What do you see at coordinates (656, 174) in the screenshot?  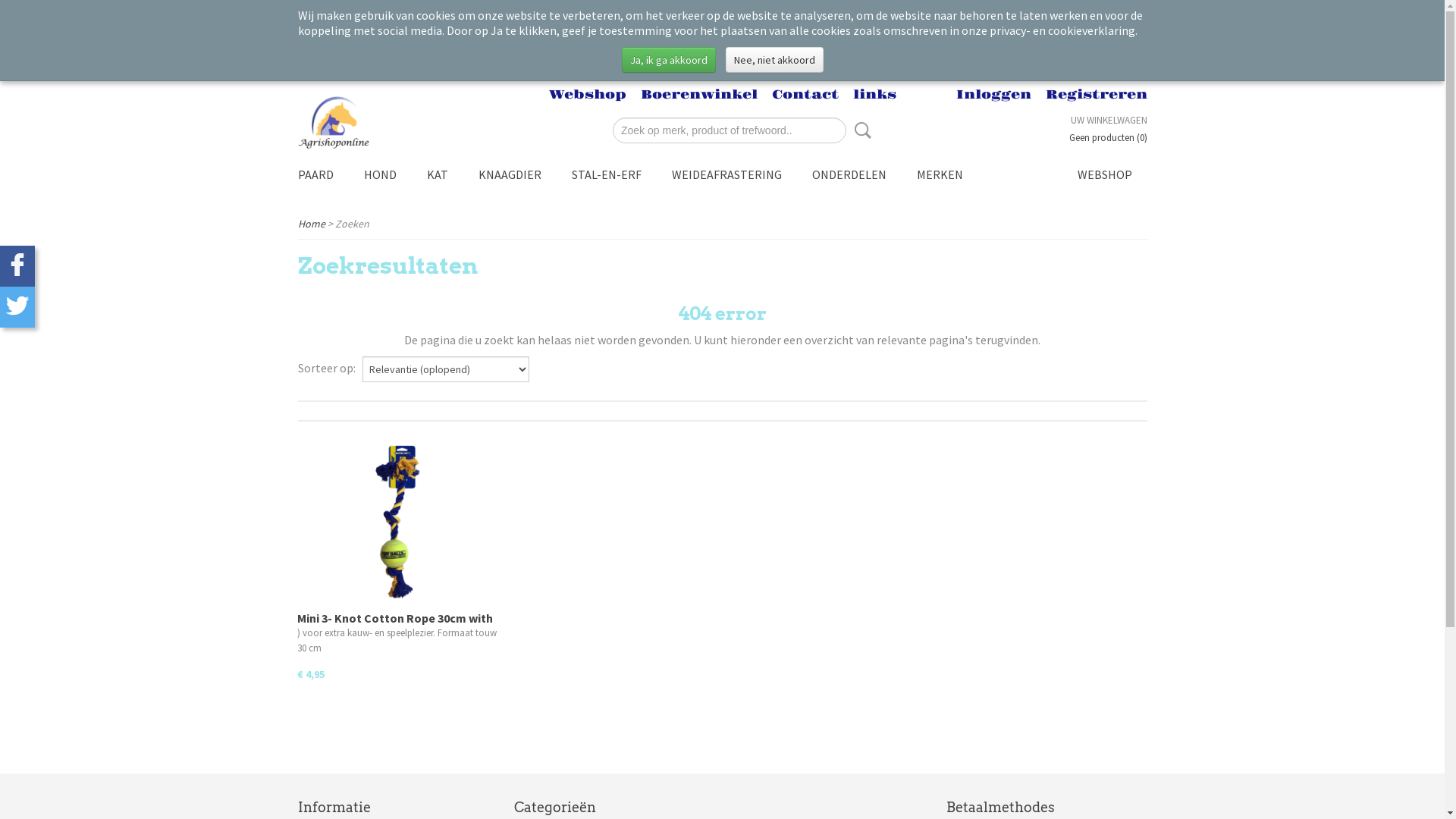 I see `'WEIDEAFRASTERING'` at bounding box center [656, 174].